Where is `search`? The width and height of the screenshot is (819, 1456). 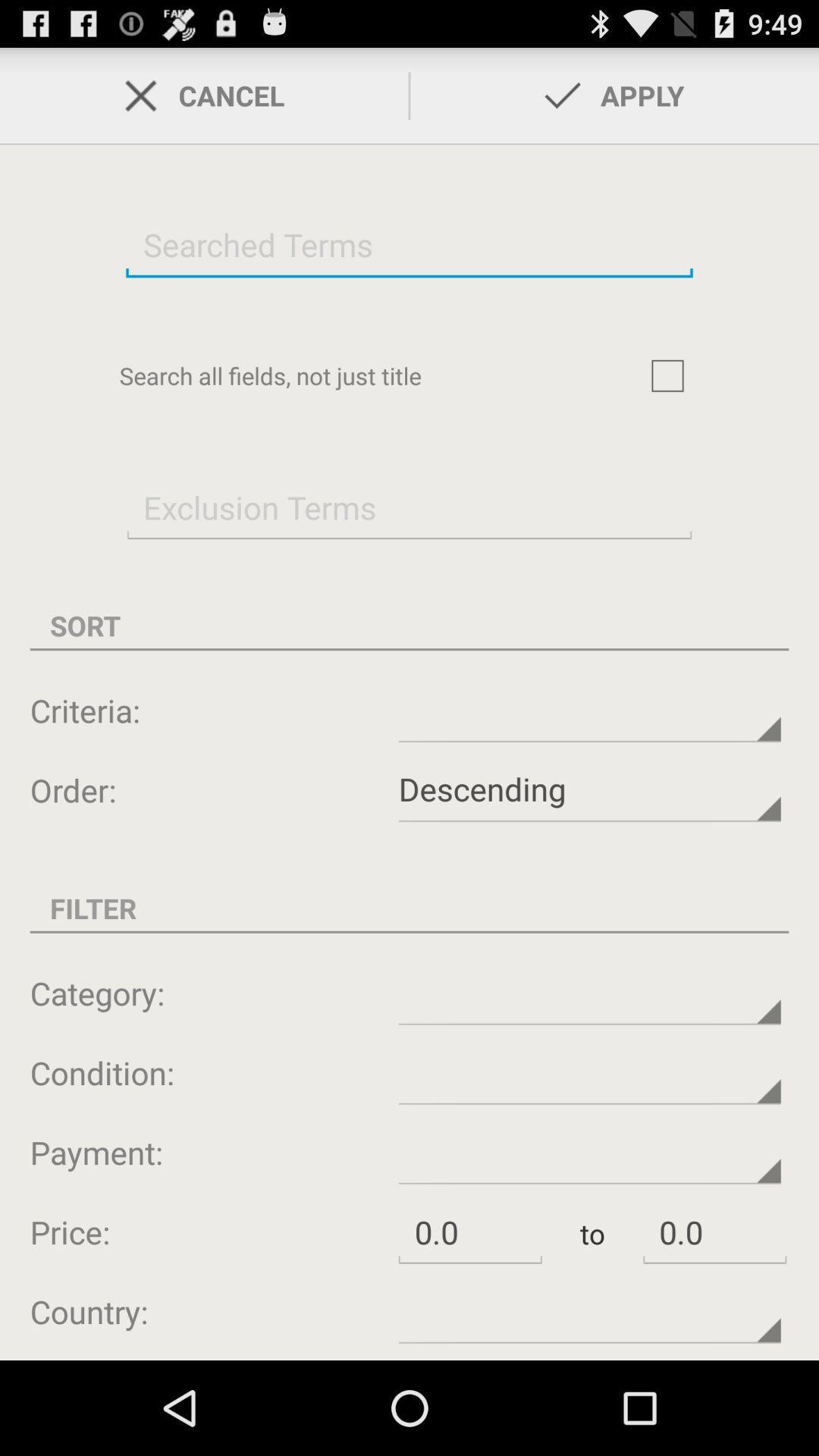 search is located at coordinates (409, 244).